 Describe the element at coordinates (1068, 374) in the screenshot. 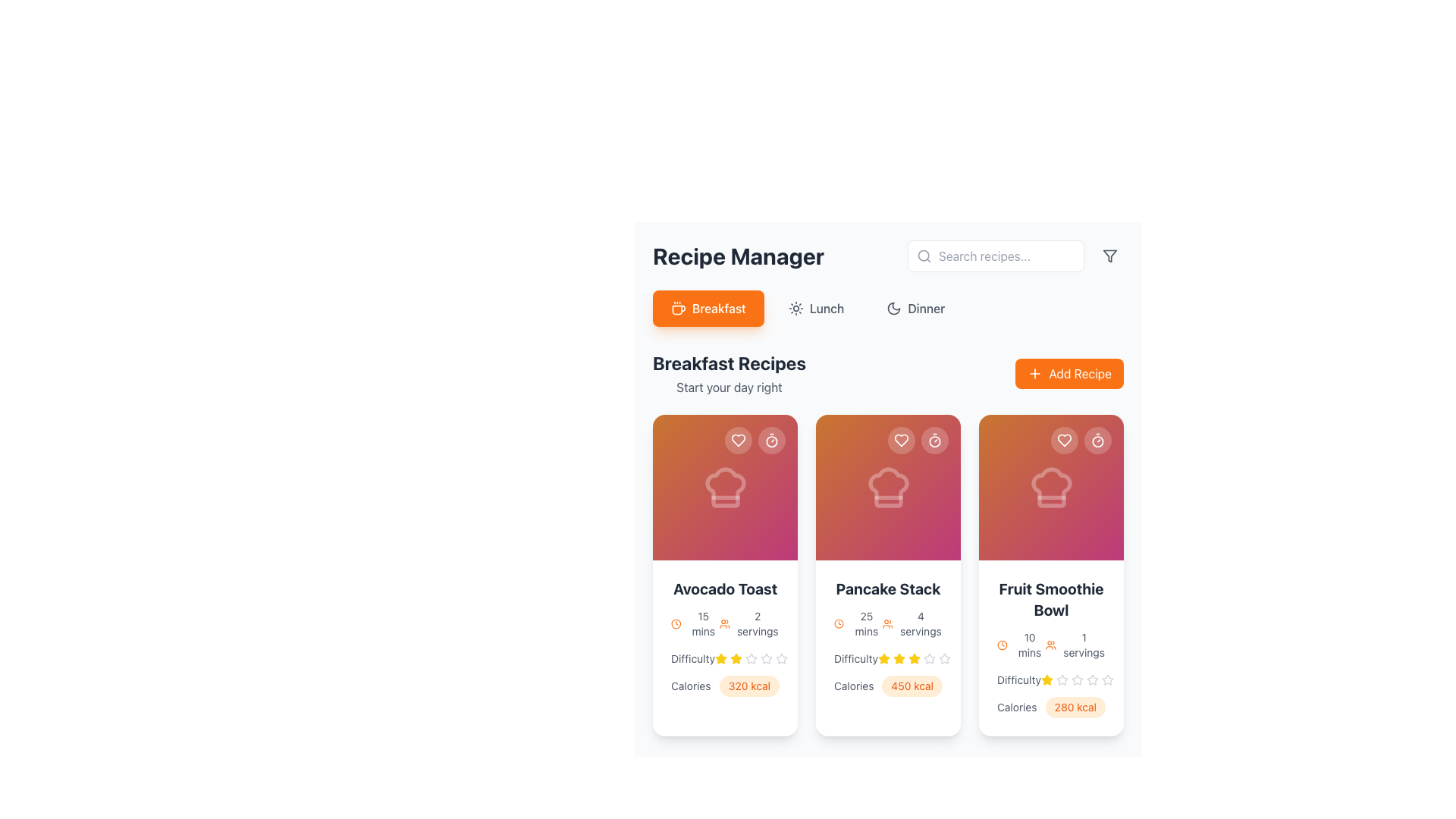

I see `the 'Add Recipe' button, which is positioned to the right of the text 'Start your day right' within the 'Breakfast Recipes' section` at that location.